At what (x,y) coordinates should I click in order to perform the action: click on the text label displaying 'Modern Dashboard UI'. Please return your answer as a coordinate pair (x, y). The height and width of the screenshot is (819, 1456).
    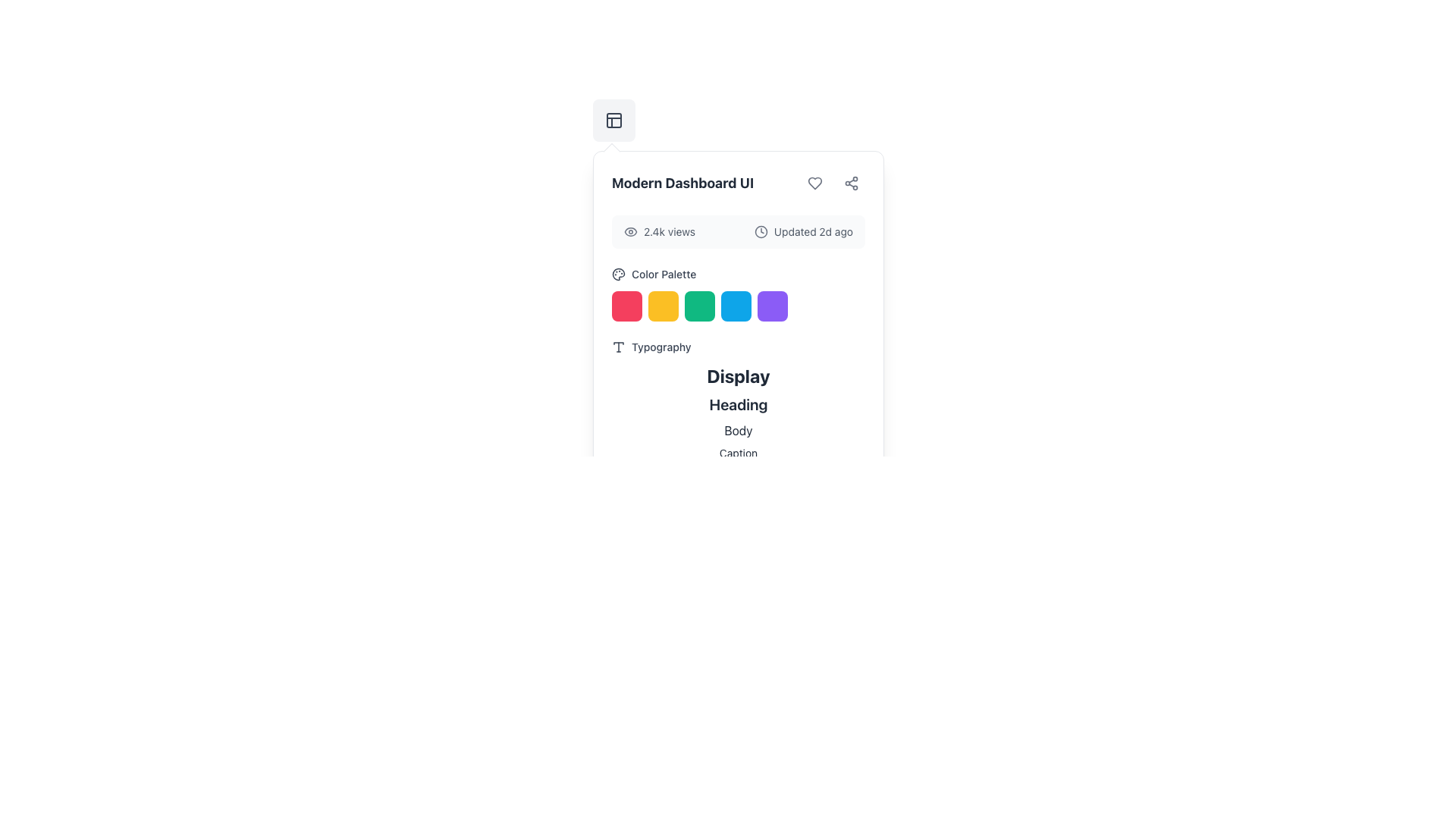
    Looking at the image, I should click on (682, 183).